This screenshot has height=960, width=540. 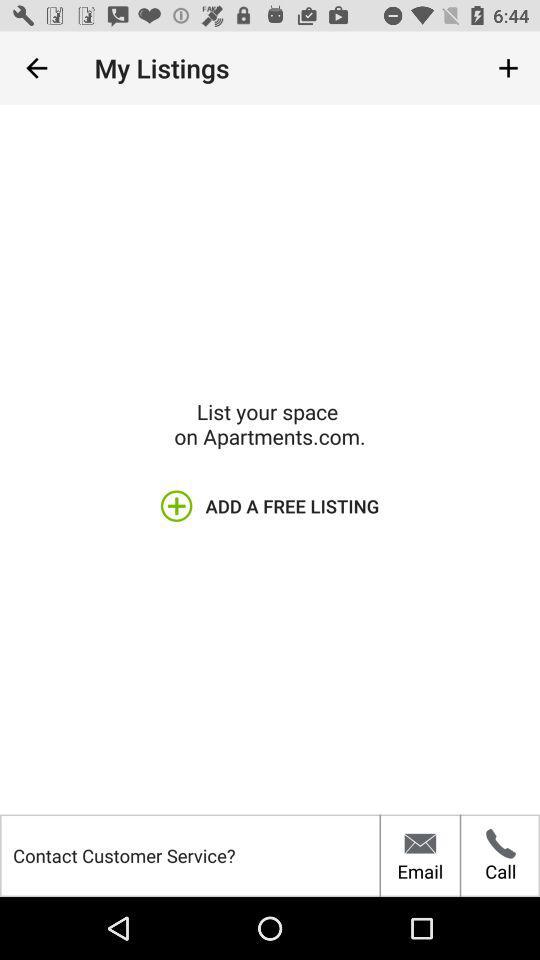 I want to click on the call icon, so click(x=499, y=854).